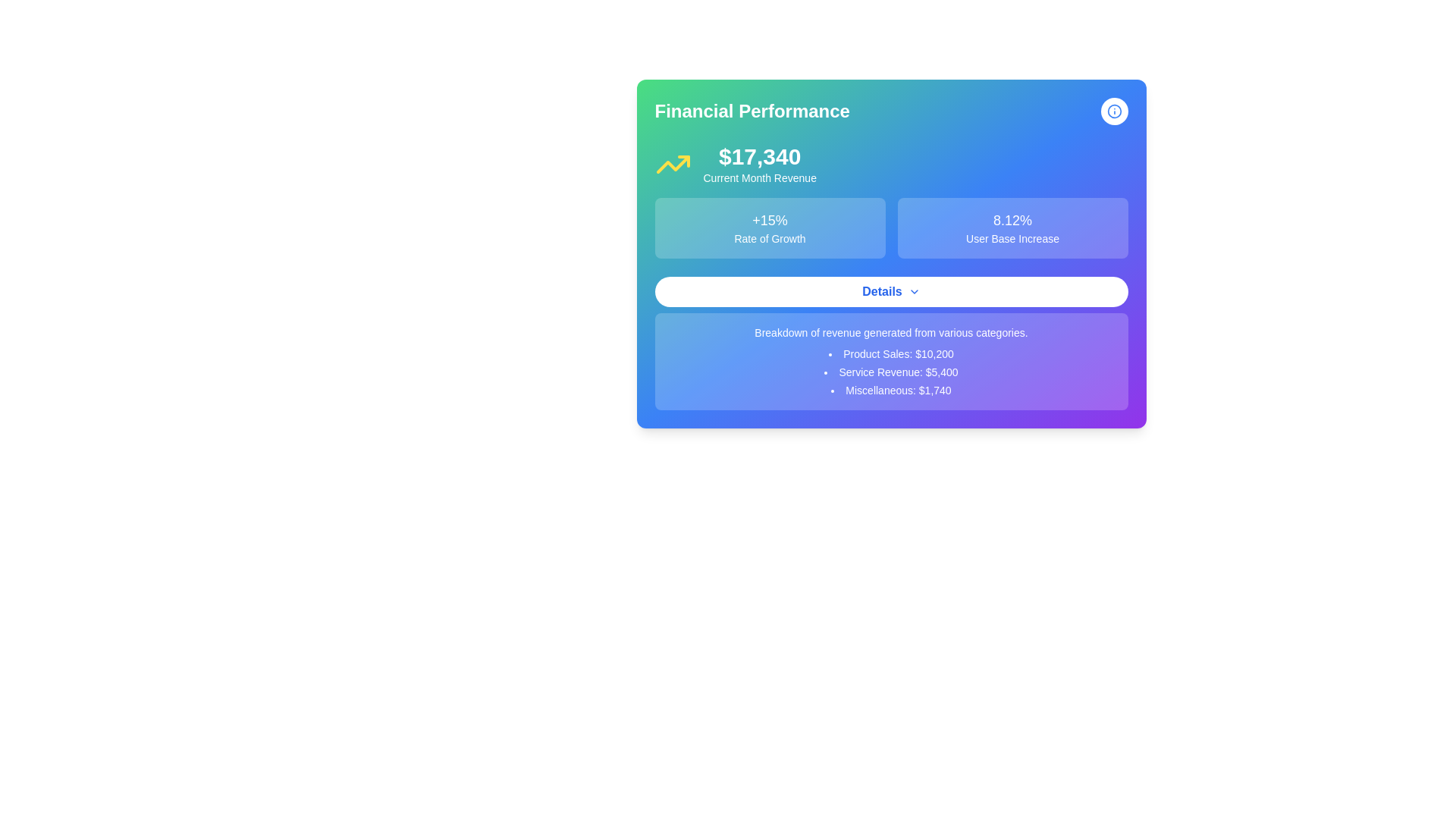 This screenshot has width=1456, height=819. Describe the element at coordinates (913, 292) in the screenshot. I see `the downward-pointing chevron icon located to the right of the 'Details' text` at that location.